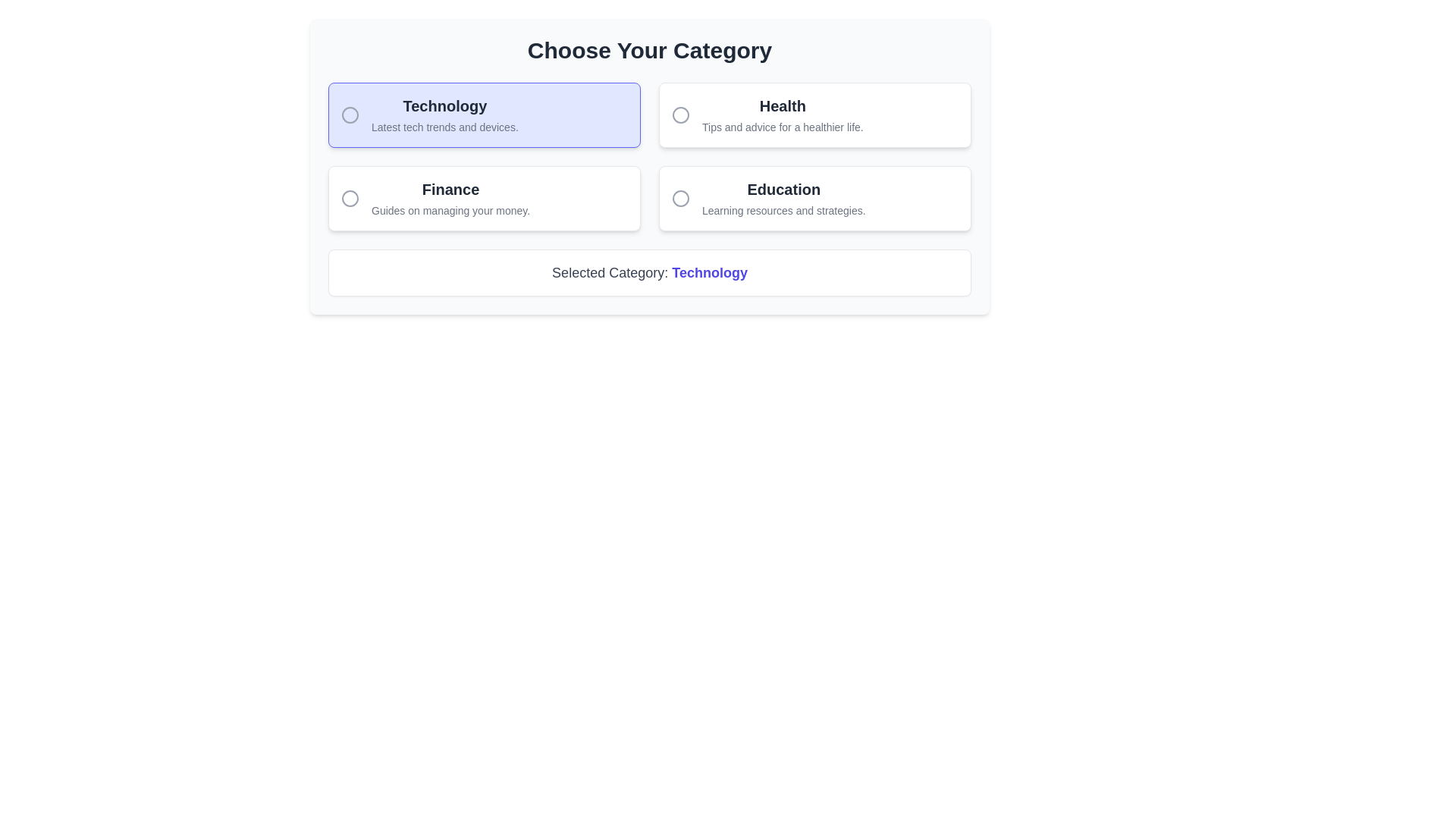  Describe the element at coordinates (450, 210) in the screenshot. I see `the text label reading 'Guides on managing your money.' located below the 'Finance' header in the category selection area` at that location.